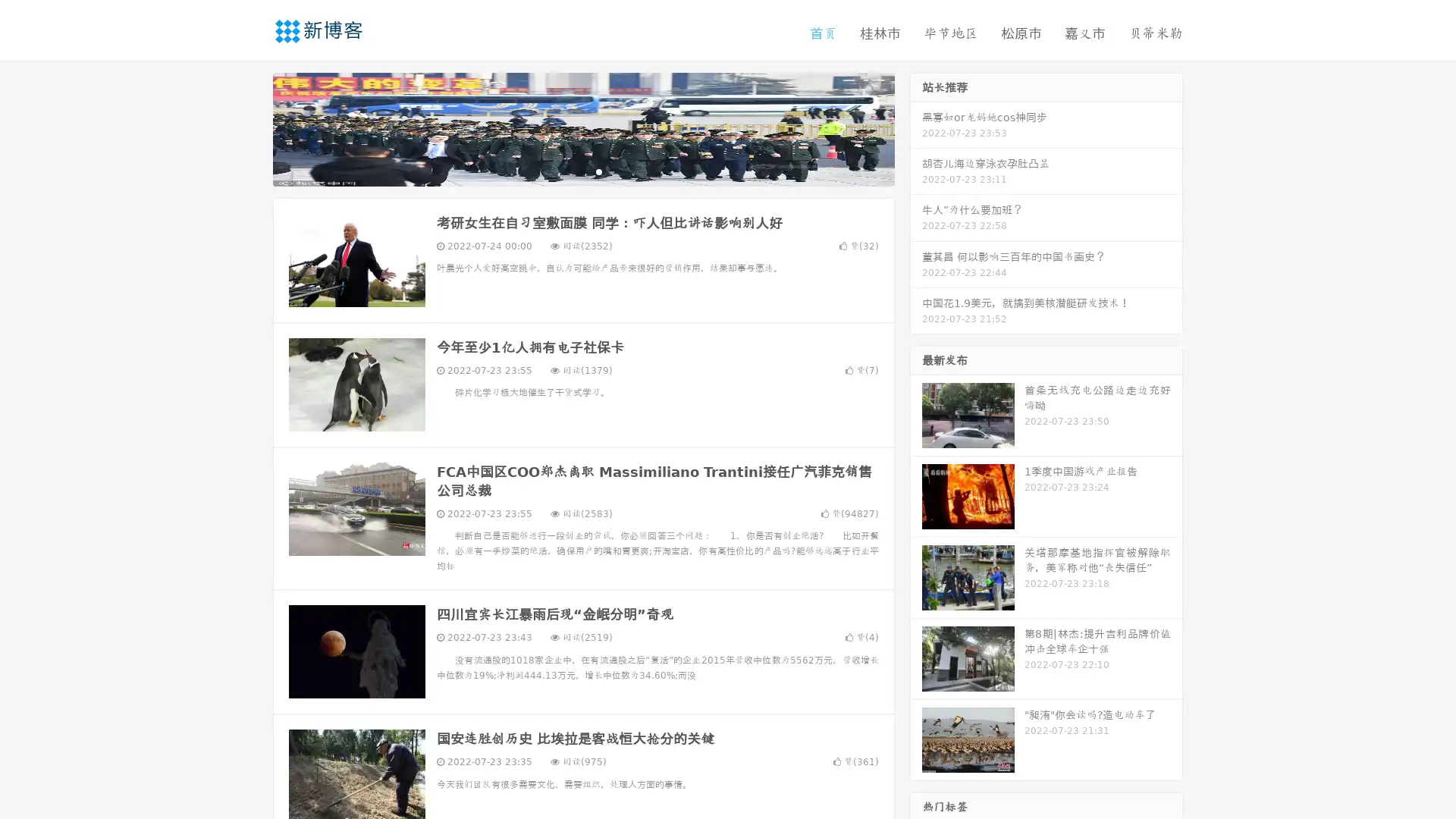  What do you see at coordinates (567, 171) in the screenshot?
I see `Go to slide 1` at bounding box center [567, 171].